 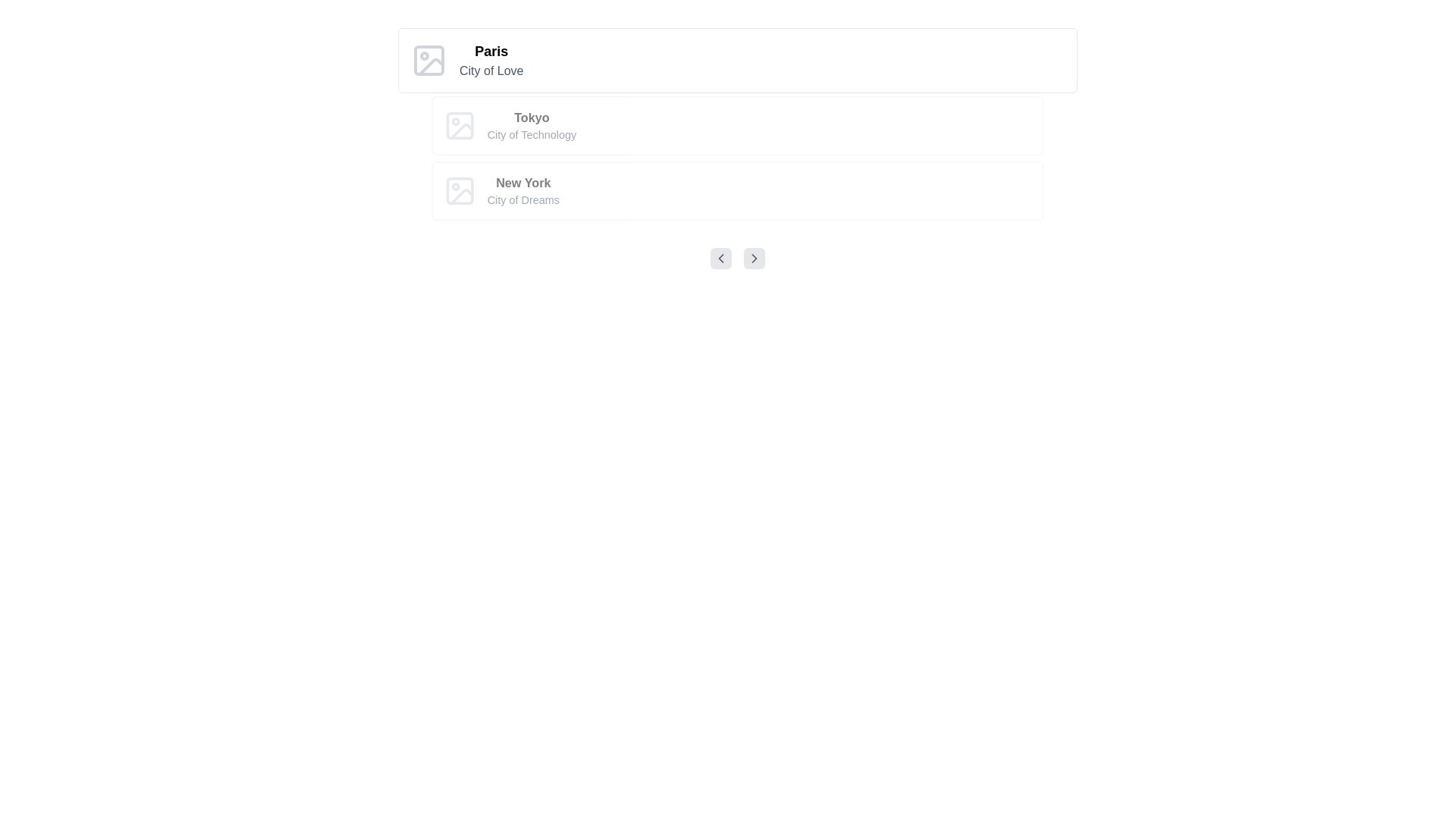 I want to click on the text label 'City of Technology', which is styled in gray and located directly below the bold 'Tokyo' text, so click(x=532, y=134).